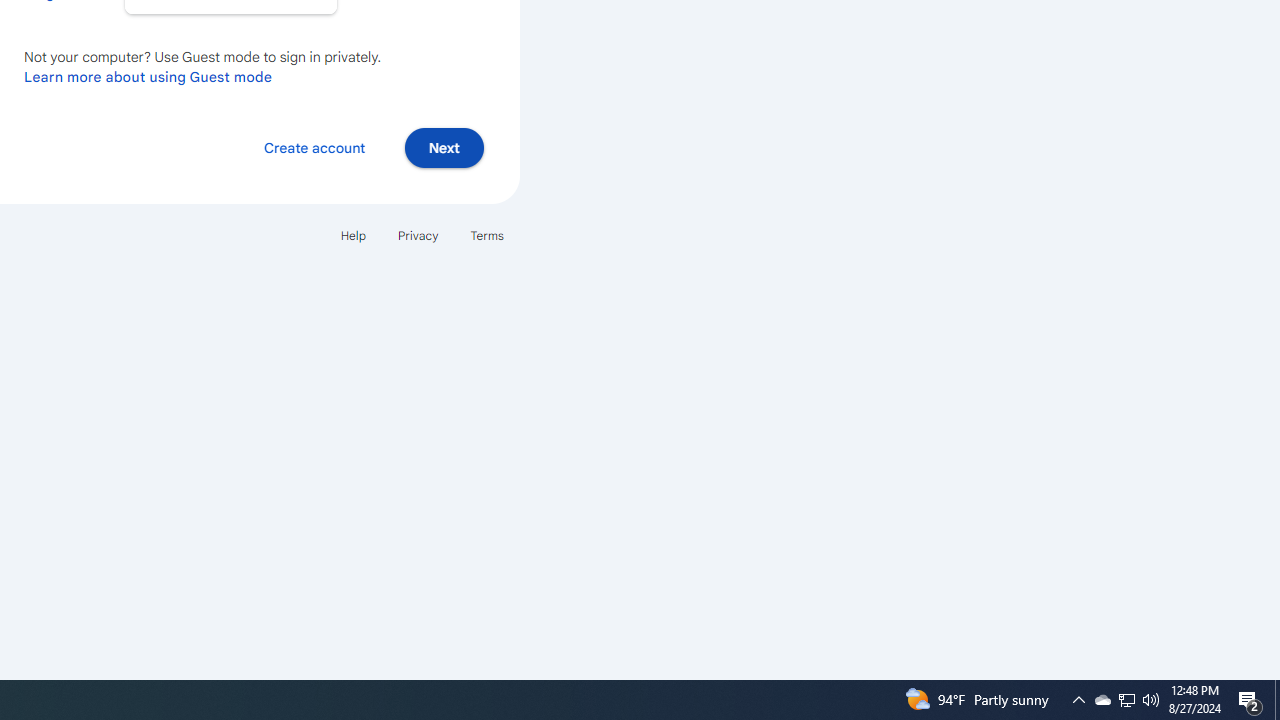 The width and height of the screenshot is (1280, 720). I want to click on 'Learn more about using Guest mode', so click(147, 75).